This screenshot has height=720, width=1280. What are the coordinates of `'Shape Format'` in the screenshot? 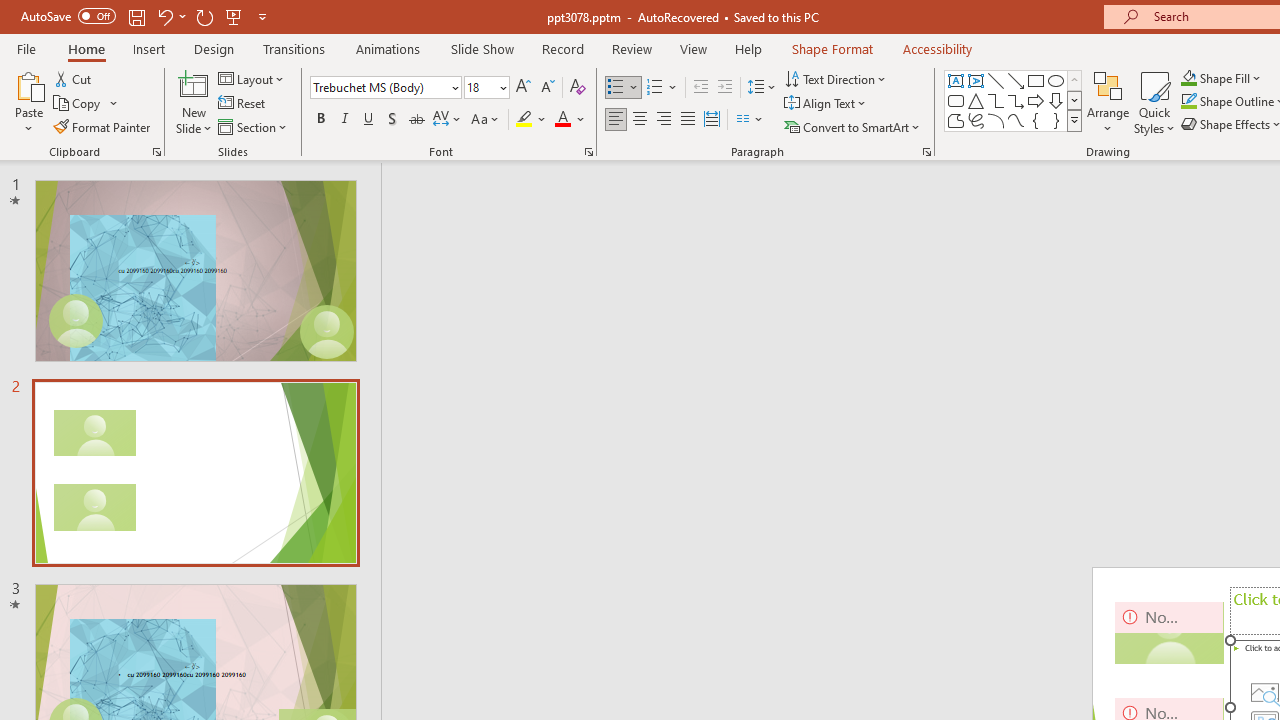 It's located at (832, 48).